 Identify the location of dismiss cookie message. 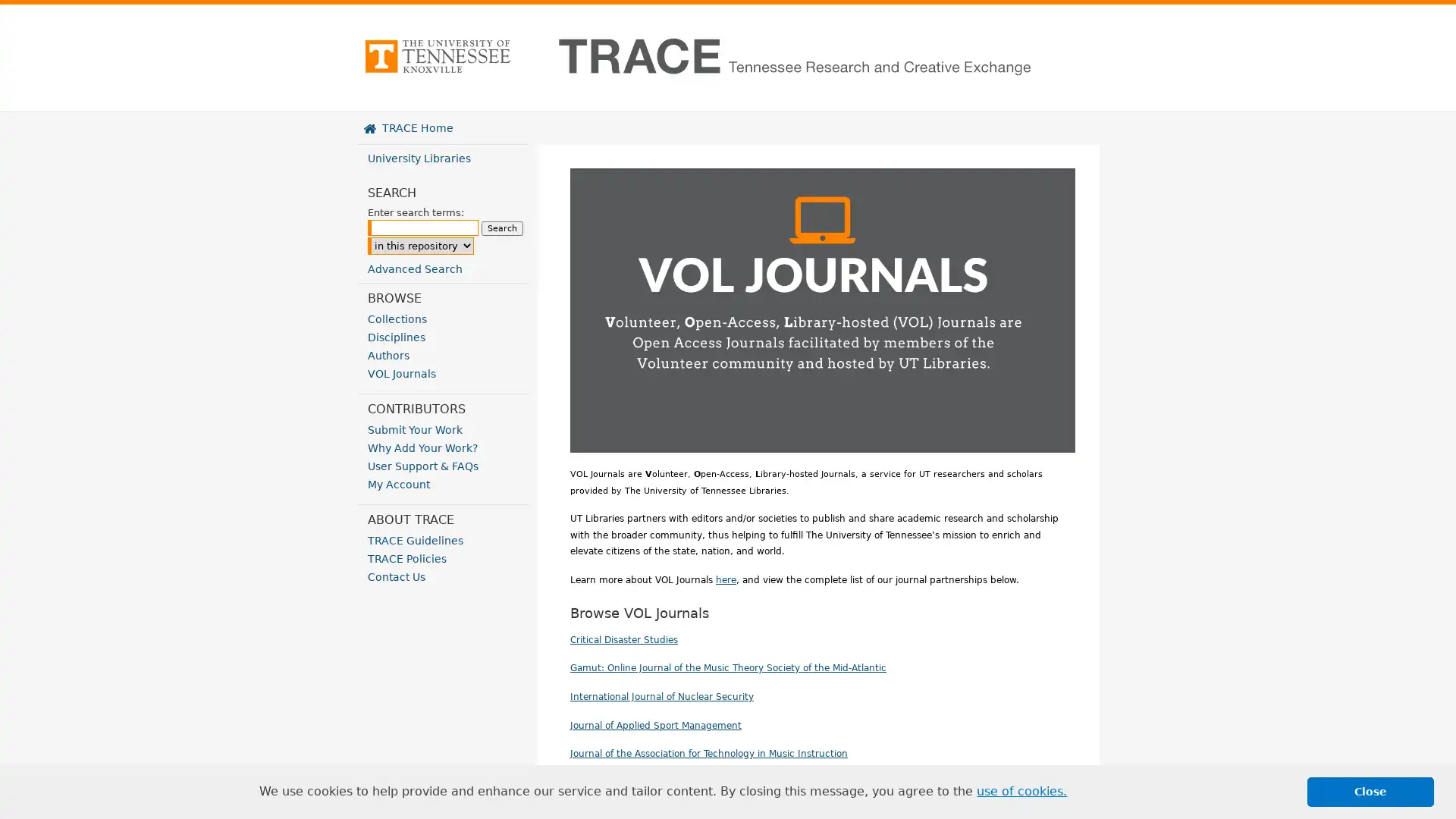
(1370, 791).